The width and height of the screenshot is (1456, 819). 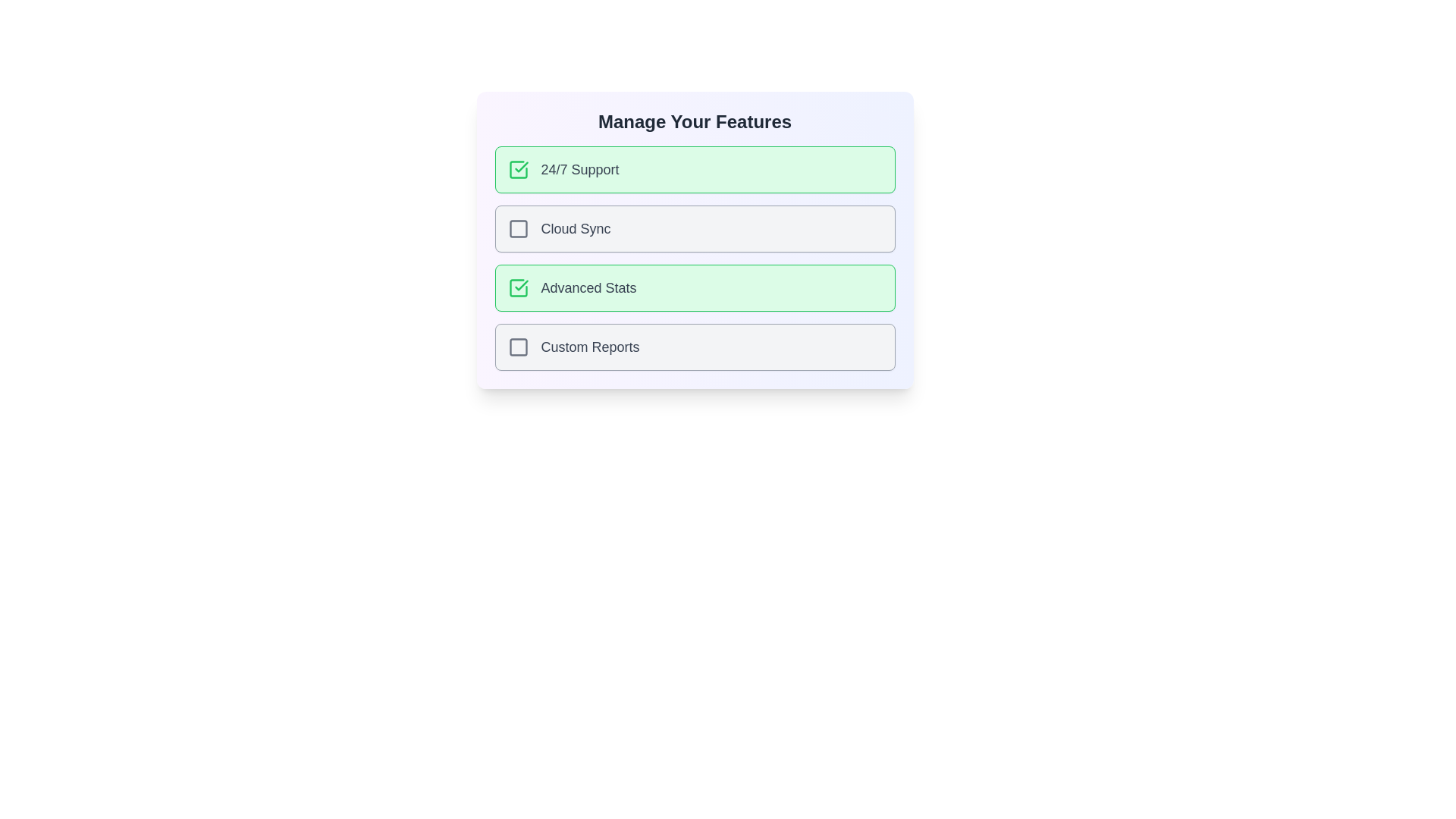 I want to click on the '24/7 Support' text label, which is styled in medium gray font and located next to a green checkmark icon, to associate it with its respective feature, so click(x=579, y=169).